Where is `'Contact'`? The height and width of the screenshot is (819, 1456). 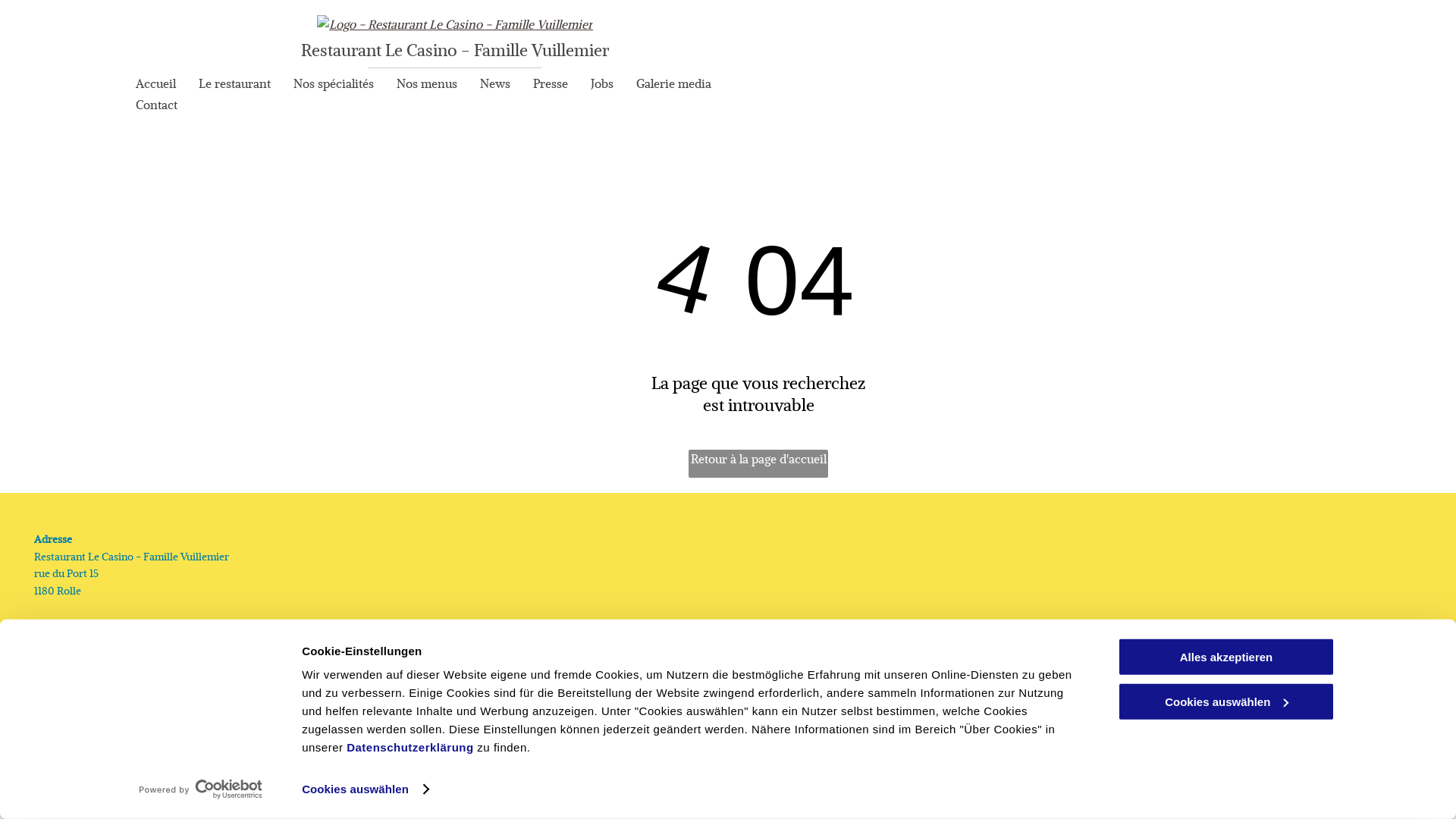
'Contact' is located at coordinates (124, 105).